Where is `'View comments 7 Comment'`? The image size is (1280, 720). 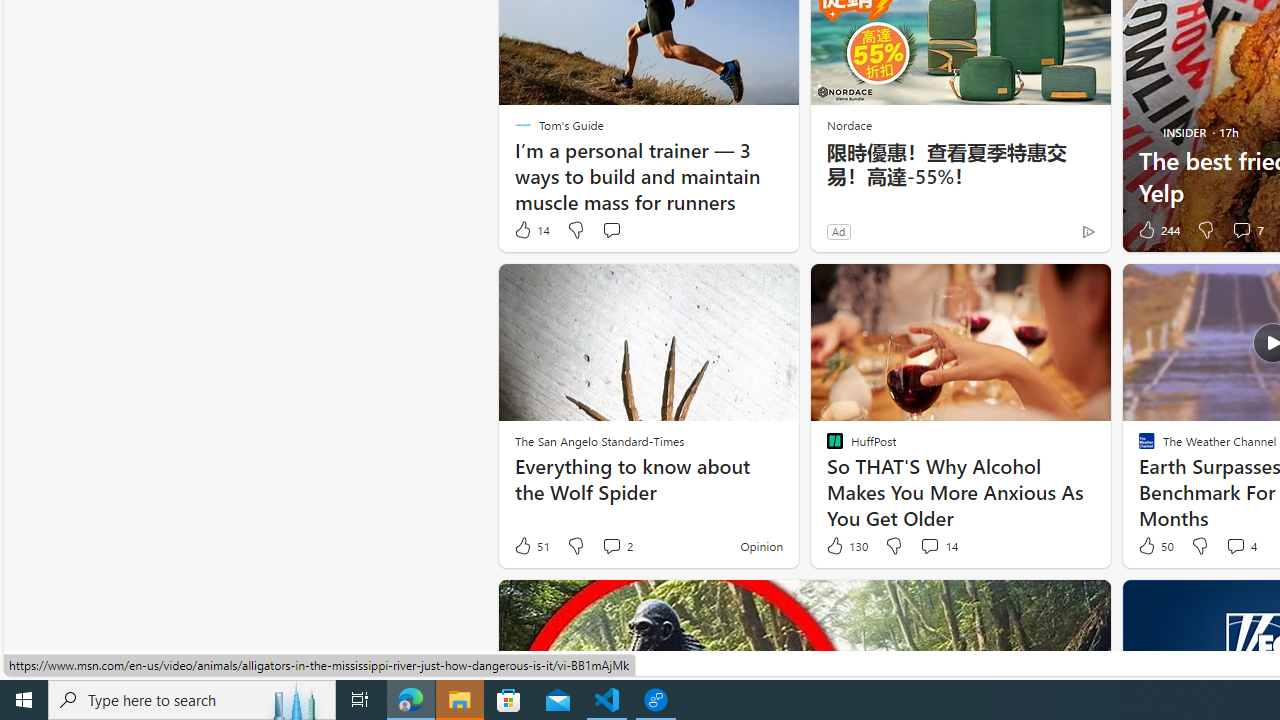 'View comments 7 Comment' is located at coordinates (1246, 229).